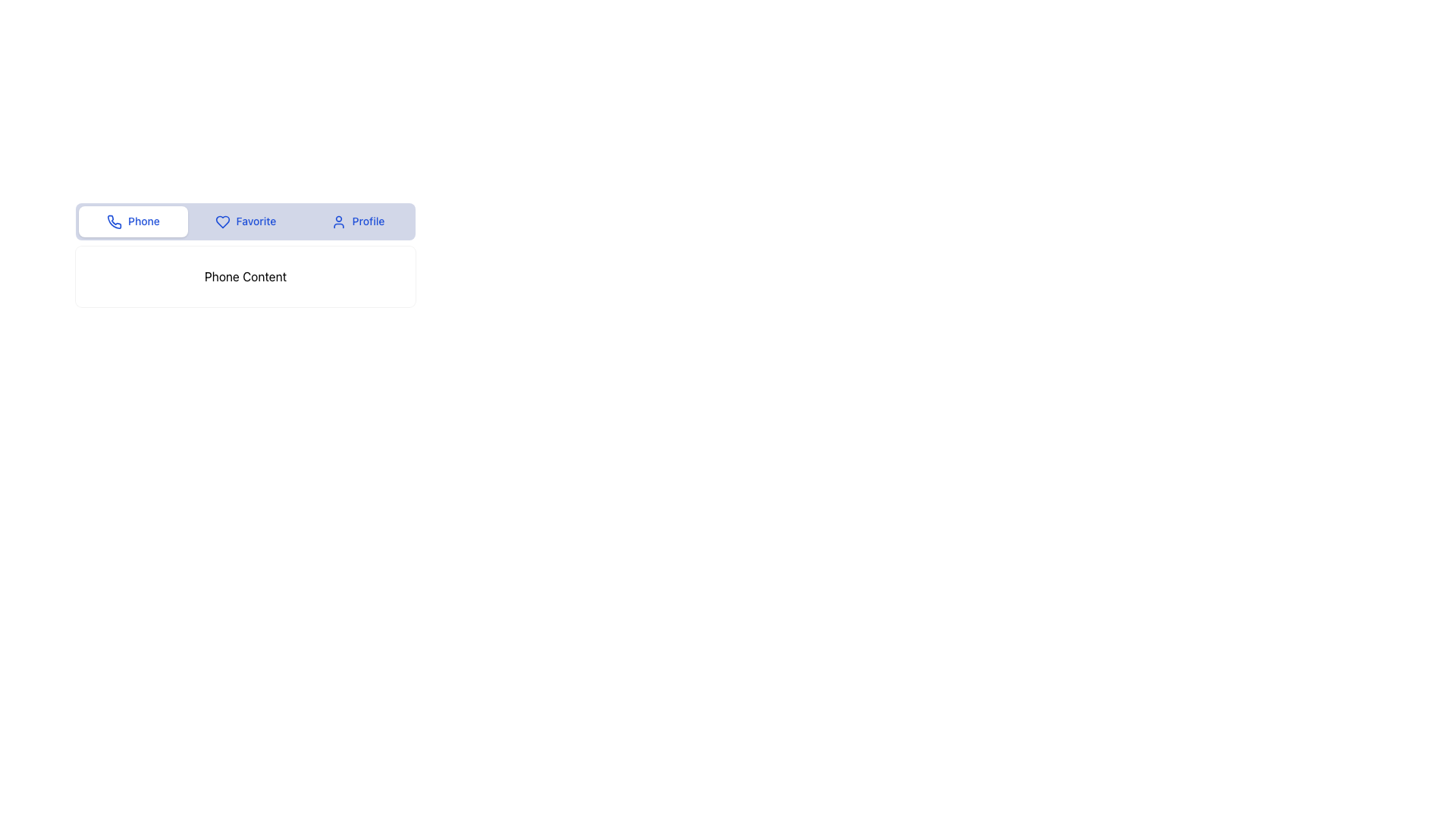  I want to click on the text element displaying 'Phone Content' in bold black font, which is centrally located on a white background below the 'Phone' tab in the navigation interface, so click(246, 277).